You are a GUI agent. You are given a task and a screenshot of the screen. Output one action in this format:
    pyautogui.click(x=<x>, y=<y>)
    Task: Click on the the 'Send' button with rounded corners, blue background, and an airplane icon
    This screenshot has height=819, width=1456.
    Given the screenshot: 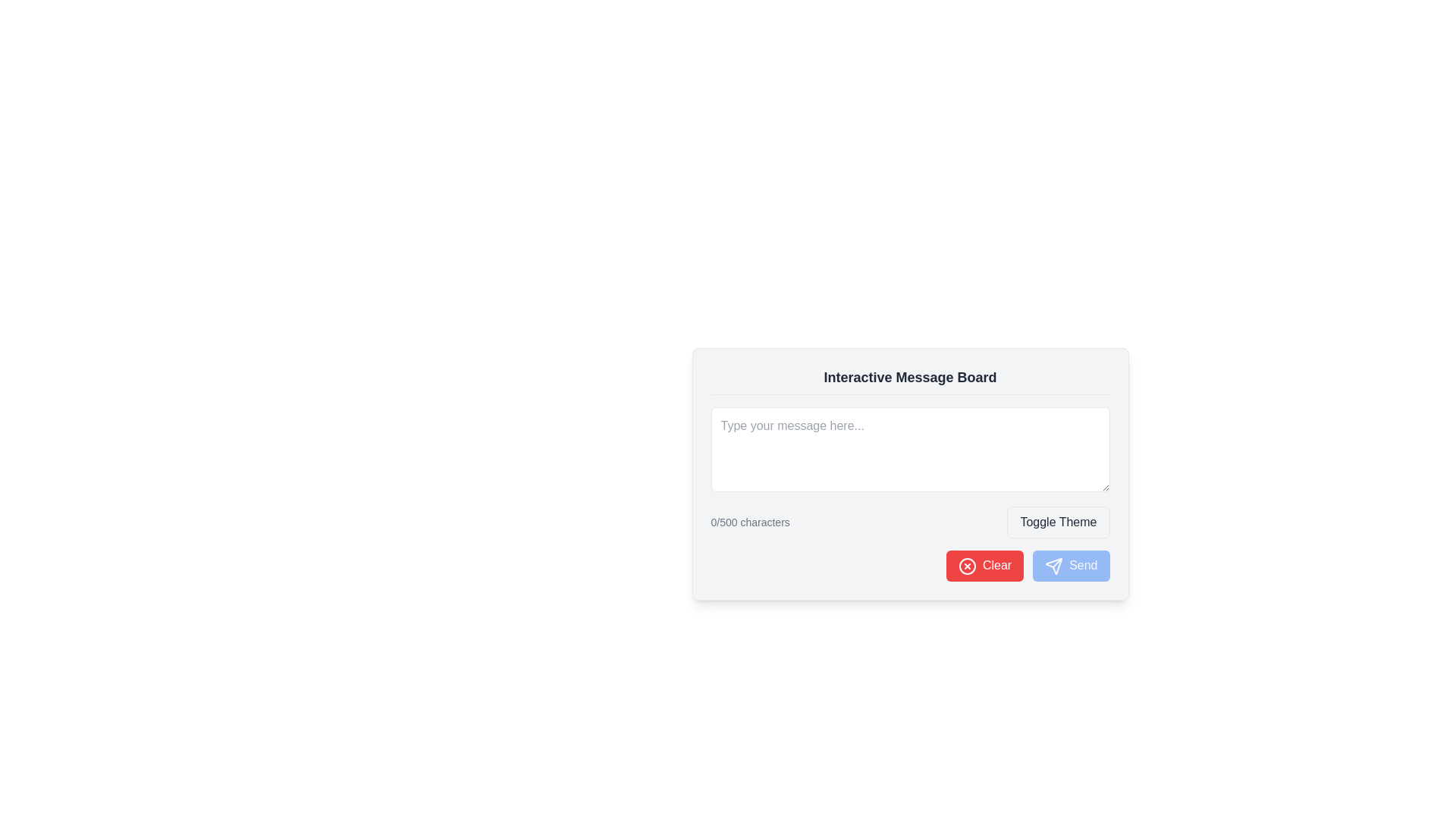 What is the action you would take?
    pyautogui.click(x=1070, y=566)
    